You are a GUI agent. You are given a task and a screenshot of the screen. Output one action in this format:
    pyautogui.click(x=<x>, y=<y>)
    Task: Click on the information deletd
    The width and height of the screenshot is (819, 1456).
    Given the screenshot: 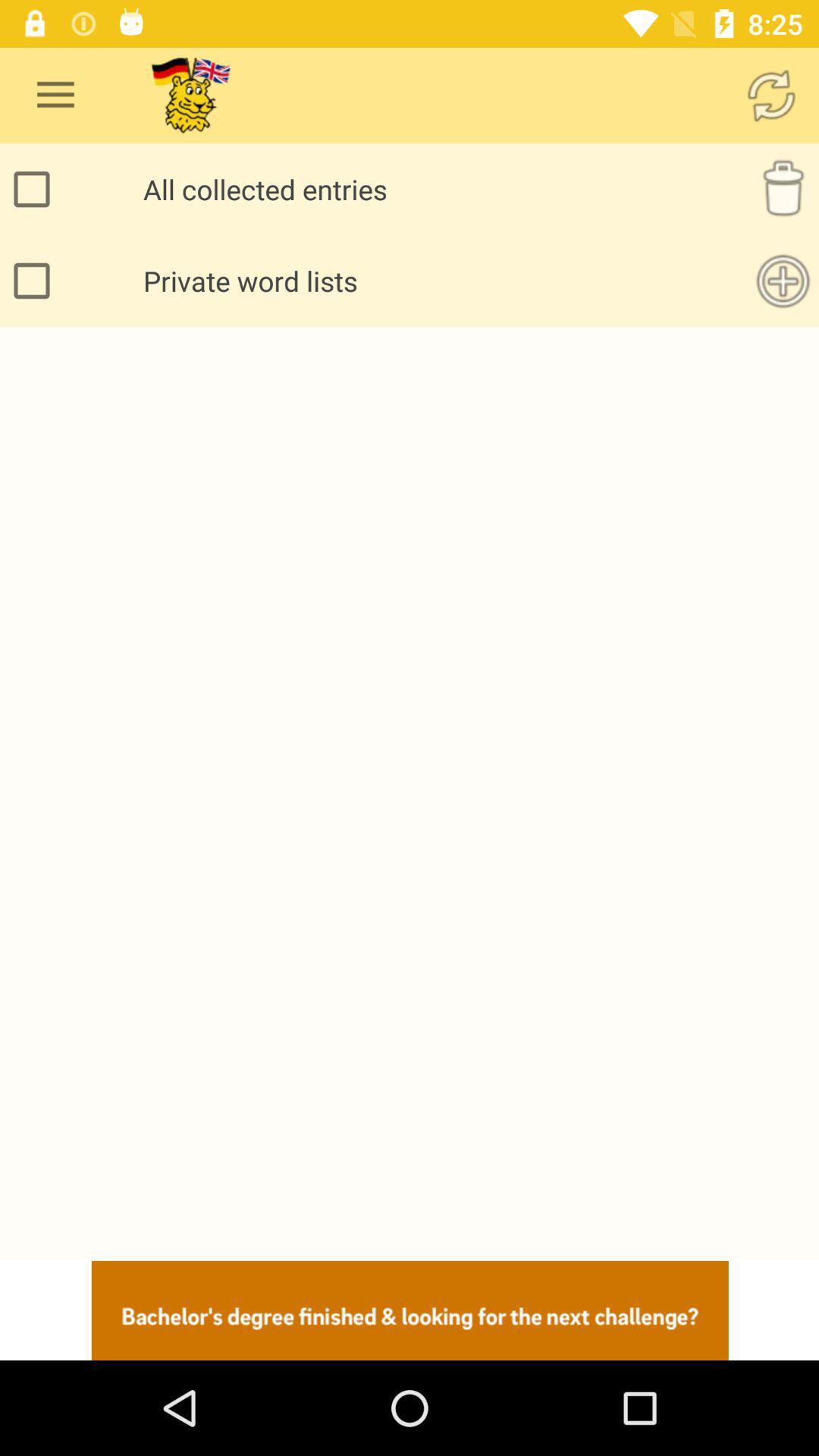 What is the action you would take?
    pyautogui.click(x=783, y=188)
    